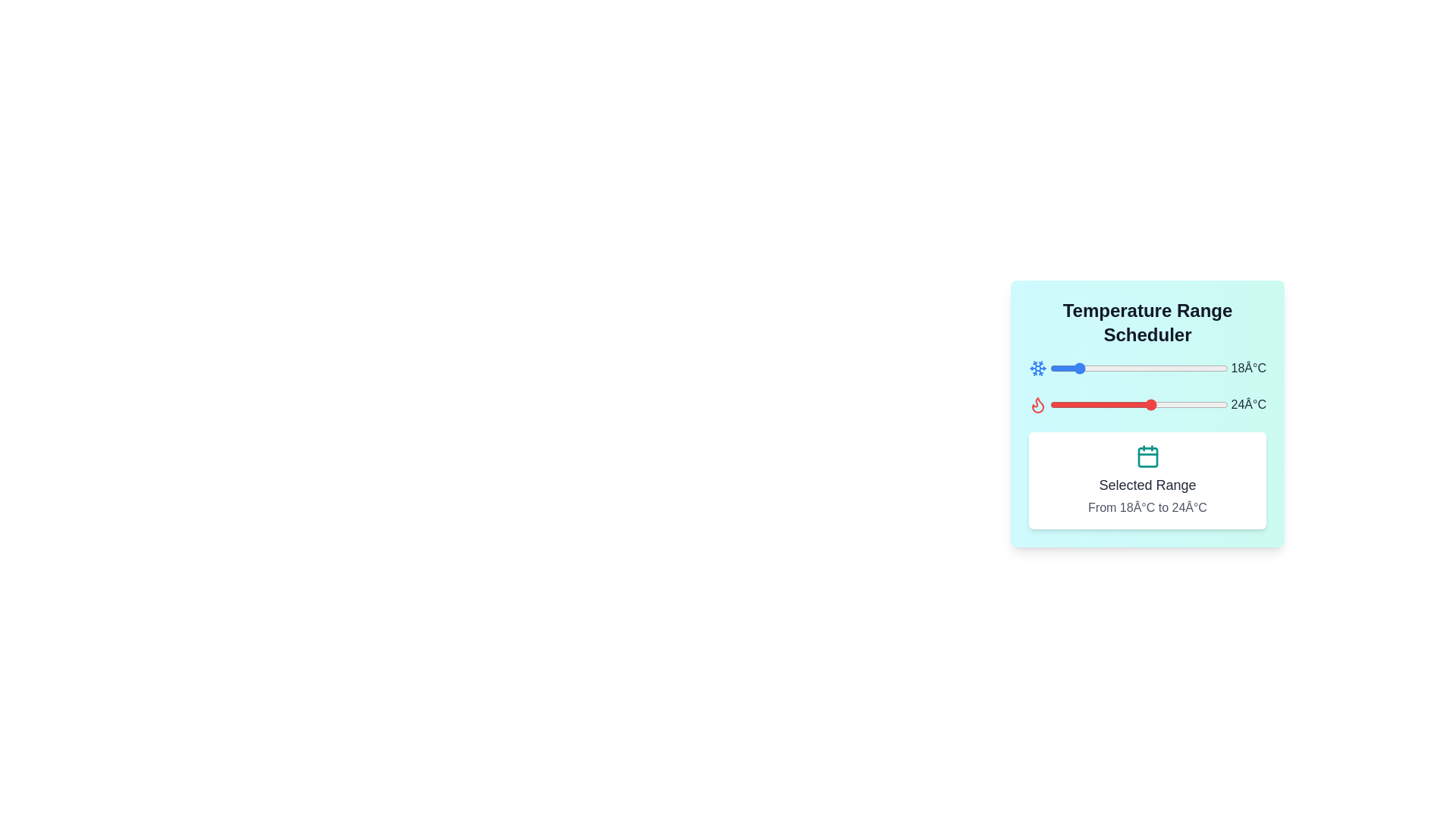 The height and width of the screenshot is (819, 1456). Describe the element at coordinates (1049, 403) in the screenshot. I see `the temperature` at that location.